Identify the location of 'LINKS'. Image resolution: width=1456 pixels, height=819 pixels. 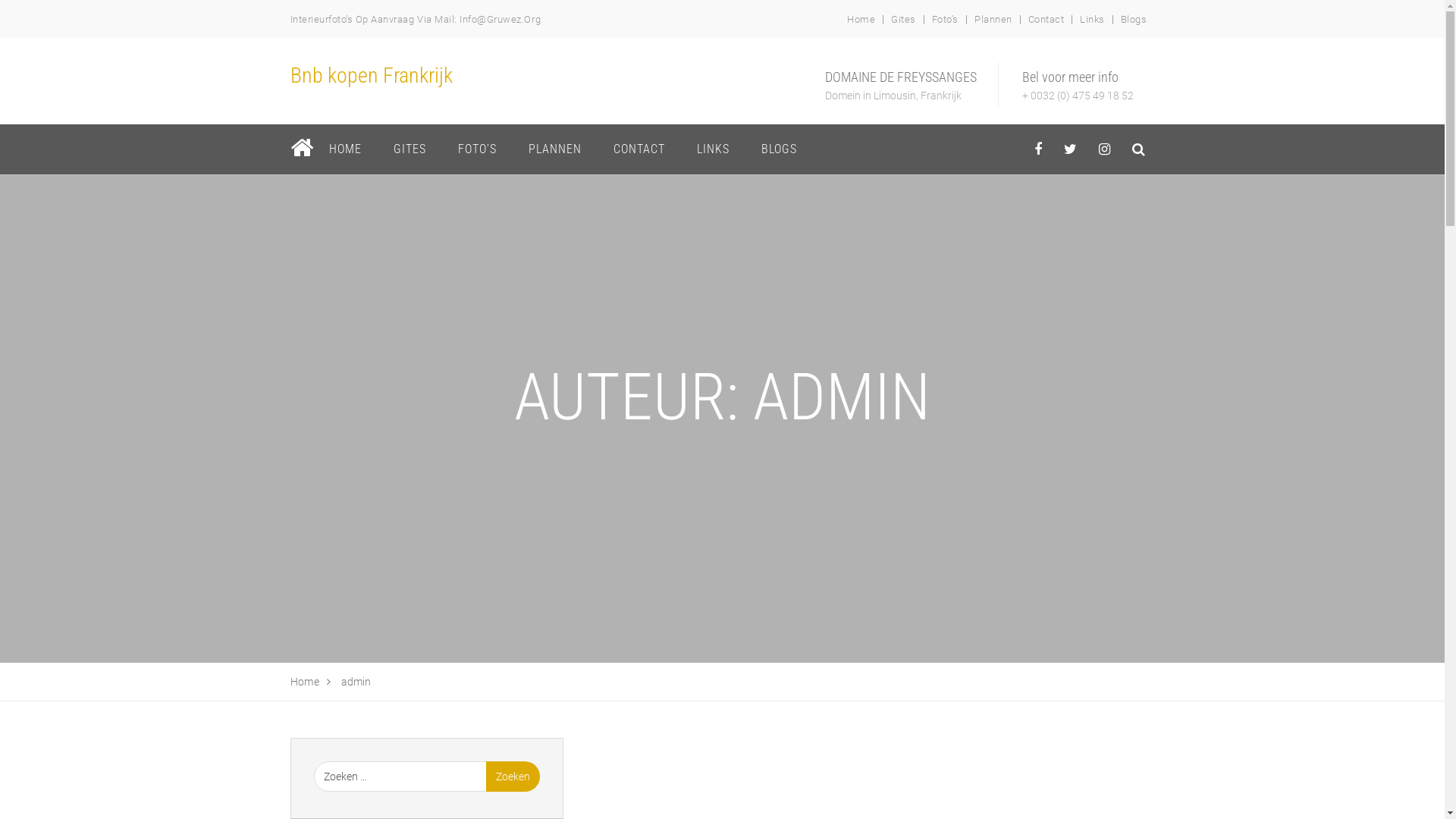
(712, 149).